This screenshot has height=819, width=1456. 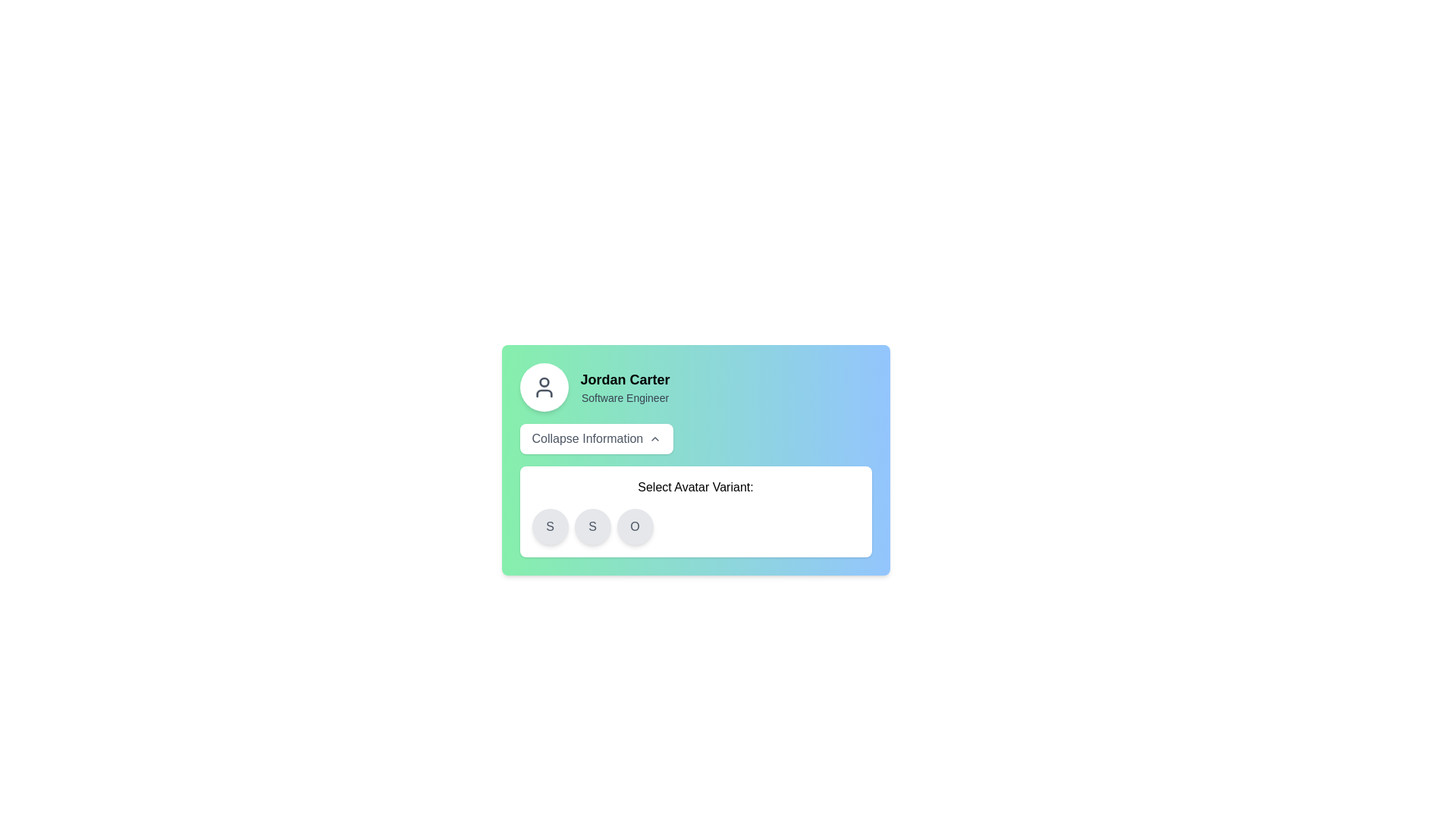 I want to click on the Text Label displaying 'Jordan Carter', which is styled with a larger font and bold formatting, and is centrally located in the profile section above the text 'Software Engineer', so click(x=625, y=379).